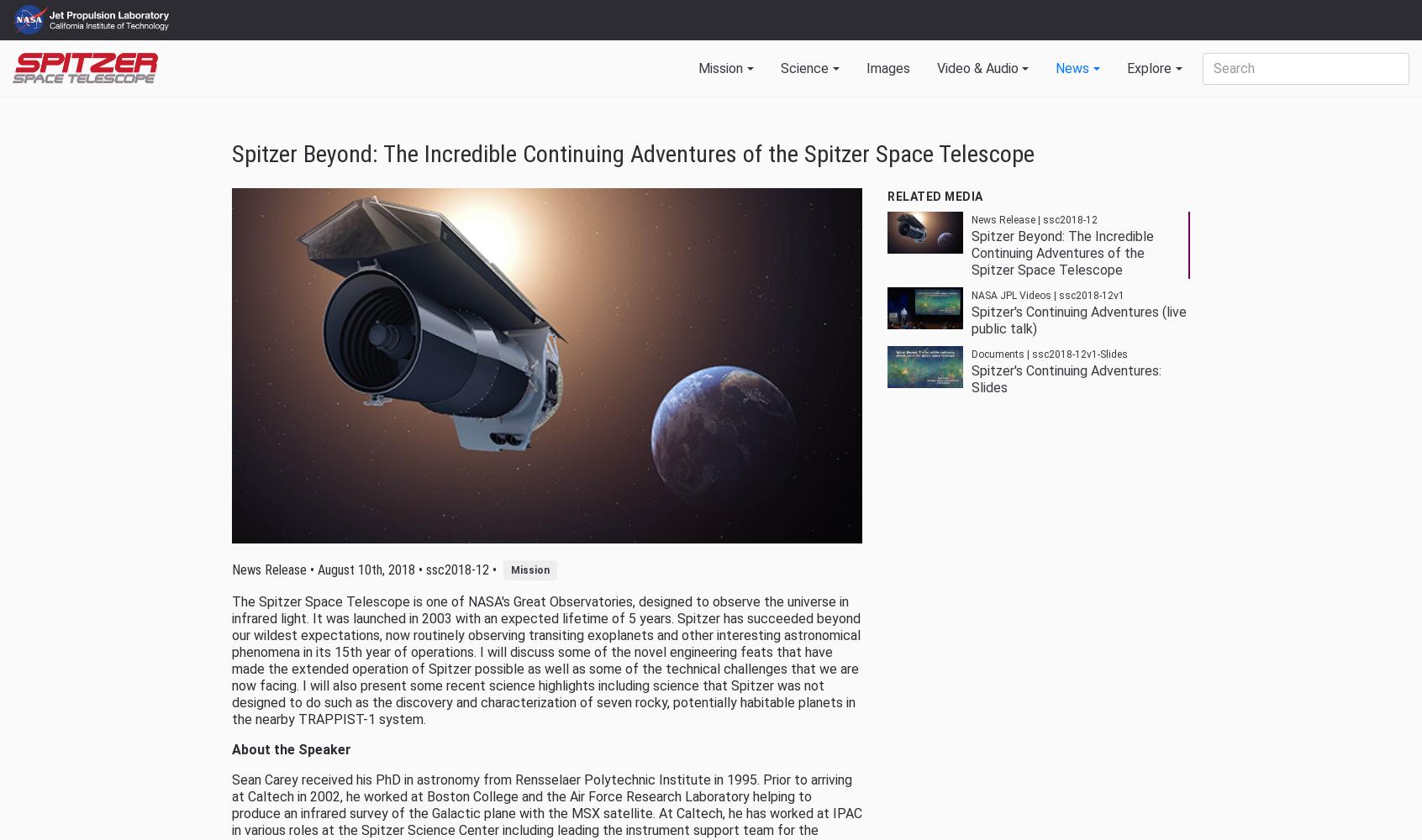 The image size is (1422, 840). What do you see at coordinates (935, 196) in the screenshot?
I see `'Related Media'` at bounding box center [935, 196].